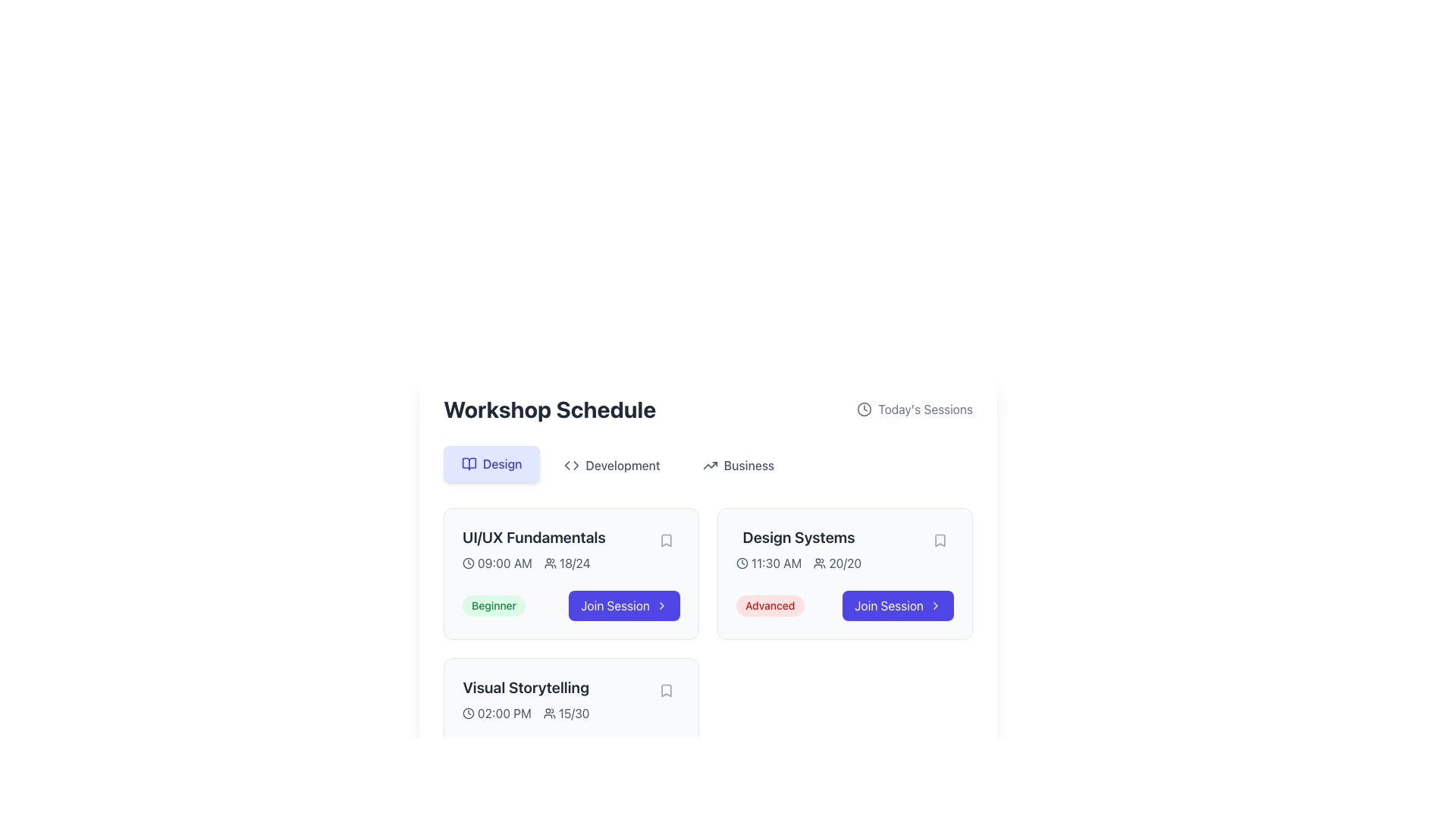 This screenshot has width=1456, height=819. What do you see at coordinates (666, 540) in the screenshot?
I see `the small gray bookmark icon located in the top-right corner of the card for the 'UI/UX Fundamentals' session to bookmark the session` at bounding box center [666, 540].